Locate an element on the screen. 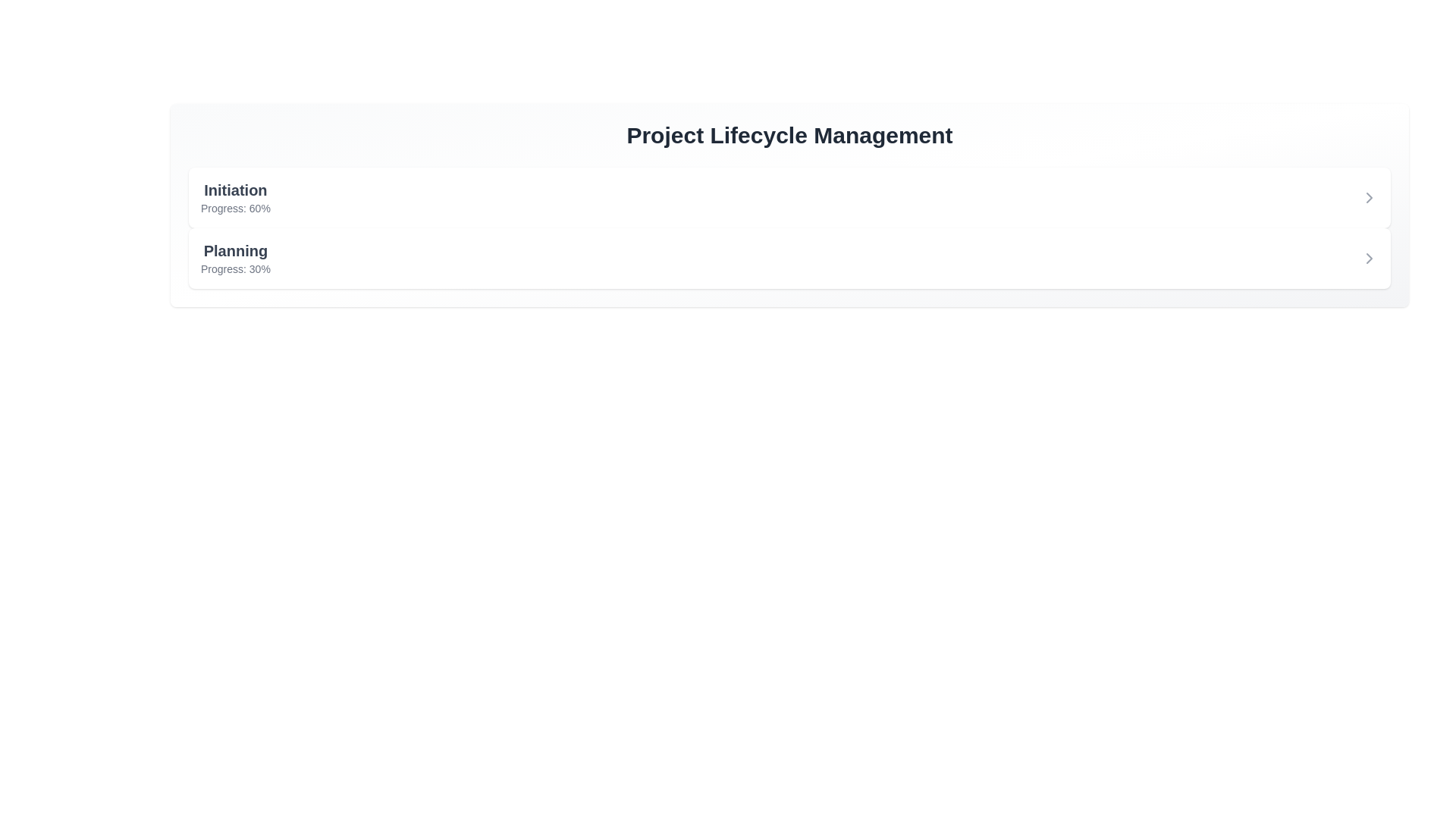 Image resolution: width=1456 pixels, height=819 pixels. the 'Planning' text label, which is displayed in bold gray font above the 'Progress: 30%' text, located in the second section of the list-like layout is located at coordinates (234, 250).